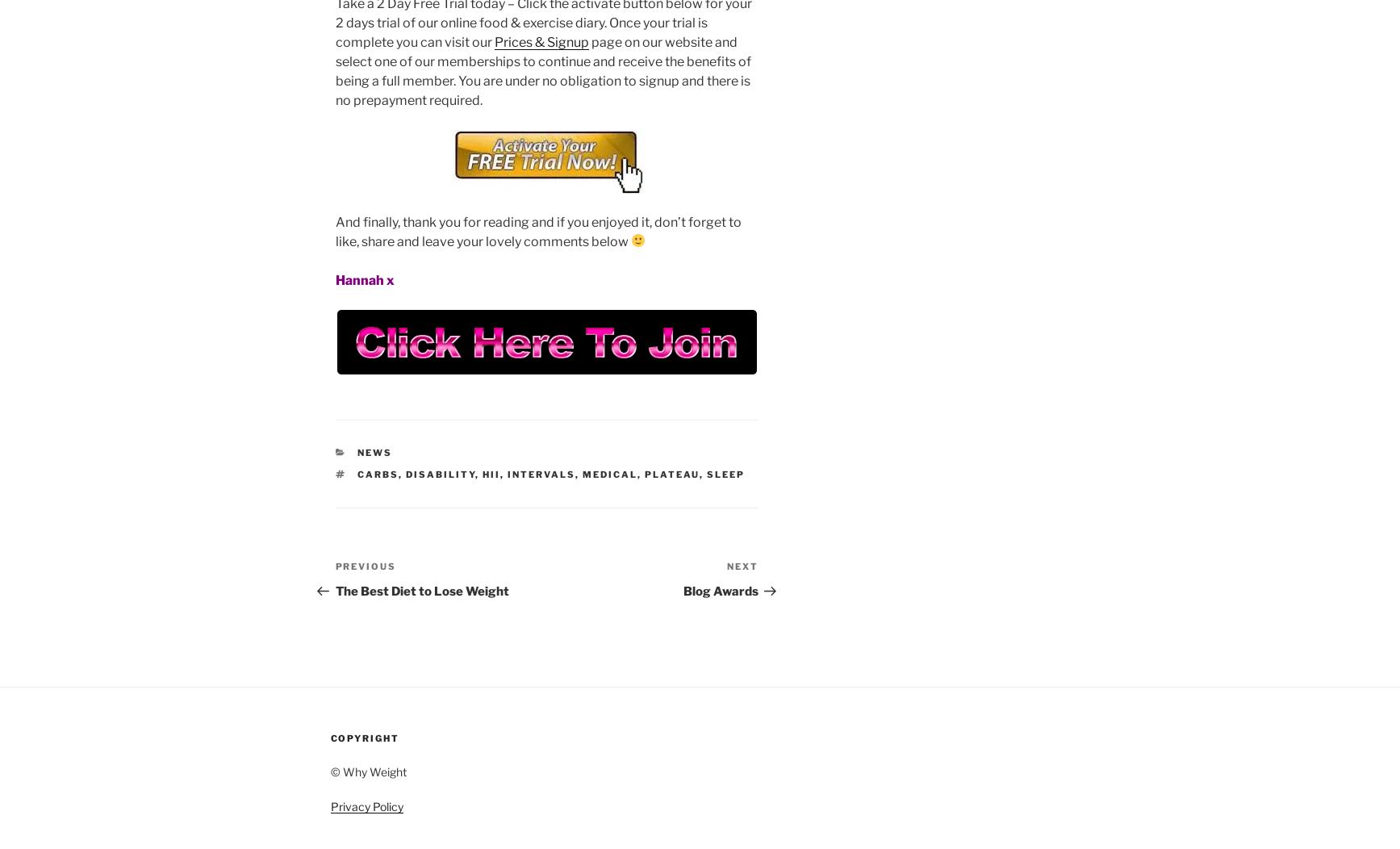 This screenshot has width=1400, height=849. I want to click on 'medical', so click(609, 473).